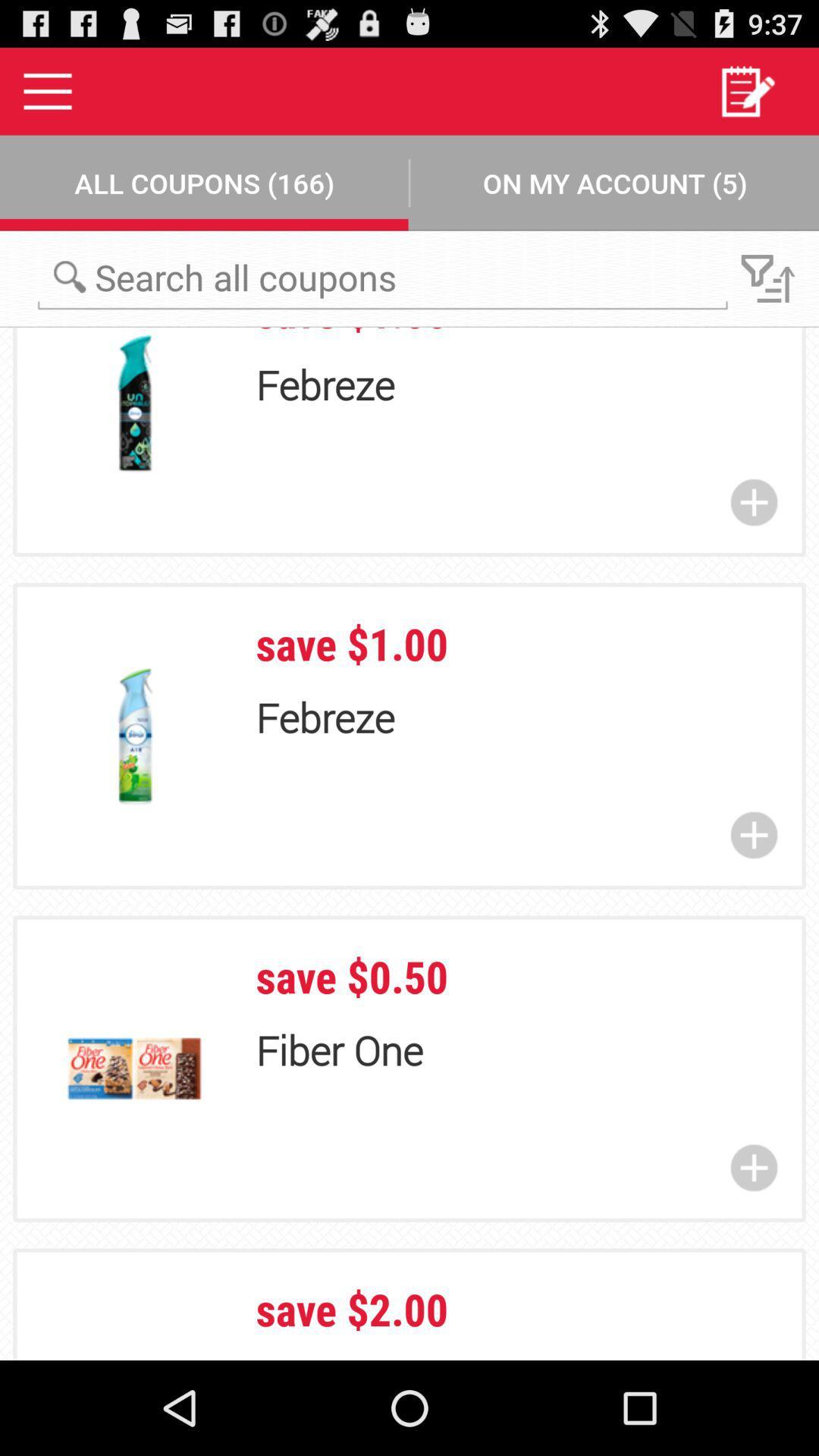  What do you see at coordinates (746, 97) in the screenshot?
I see `the edit icon` at bounding box center [746, 97].